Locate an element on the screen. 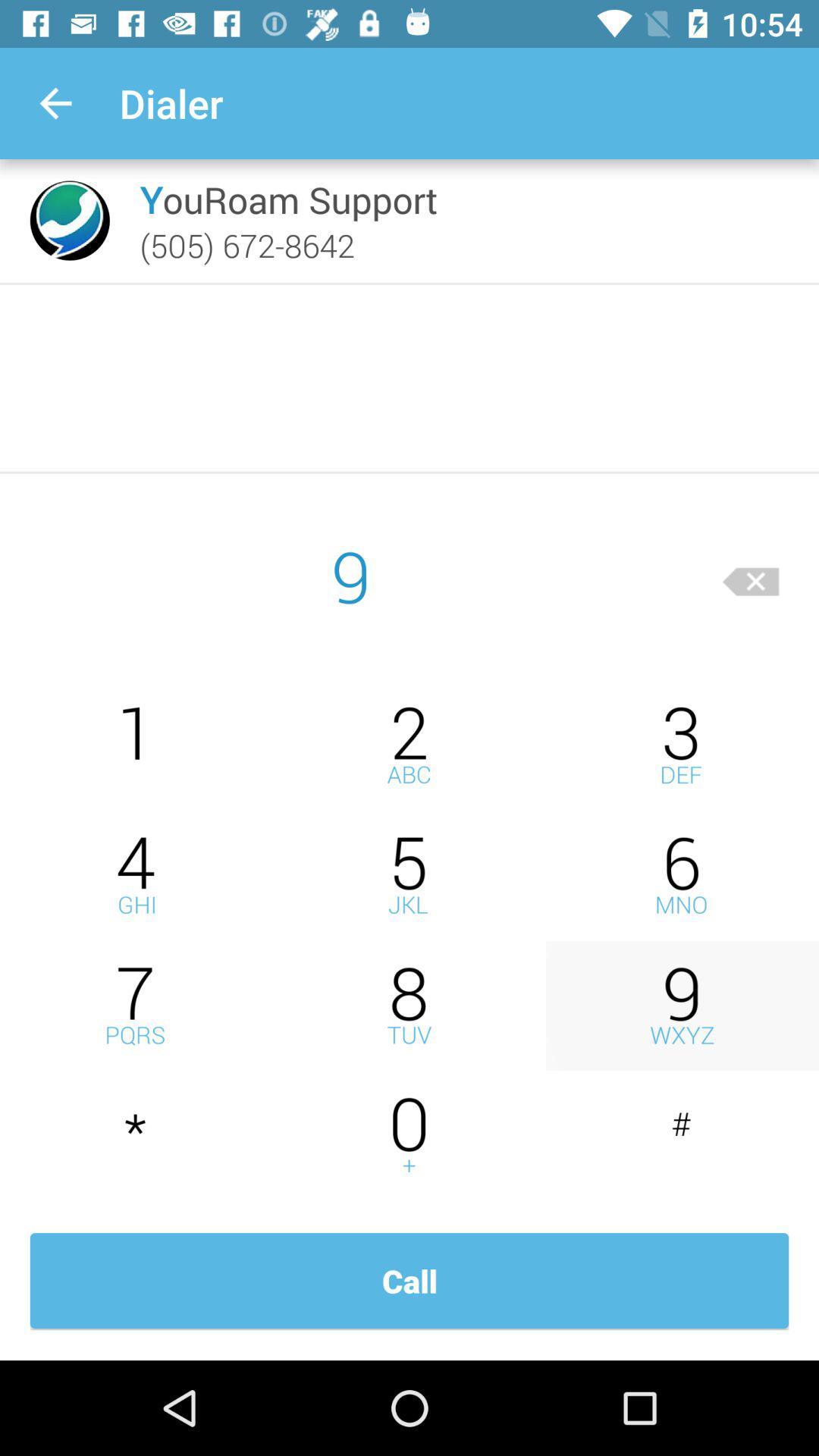 The image size is (819, 1456). press one is located at coordinates (136, 745).